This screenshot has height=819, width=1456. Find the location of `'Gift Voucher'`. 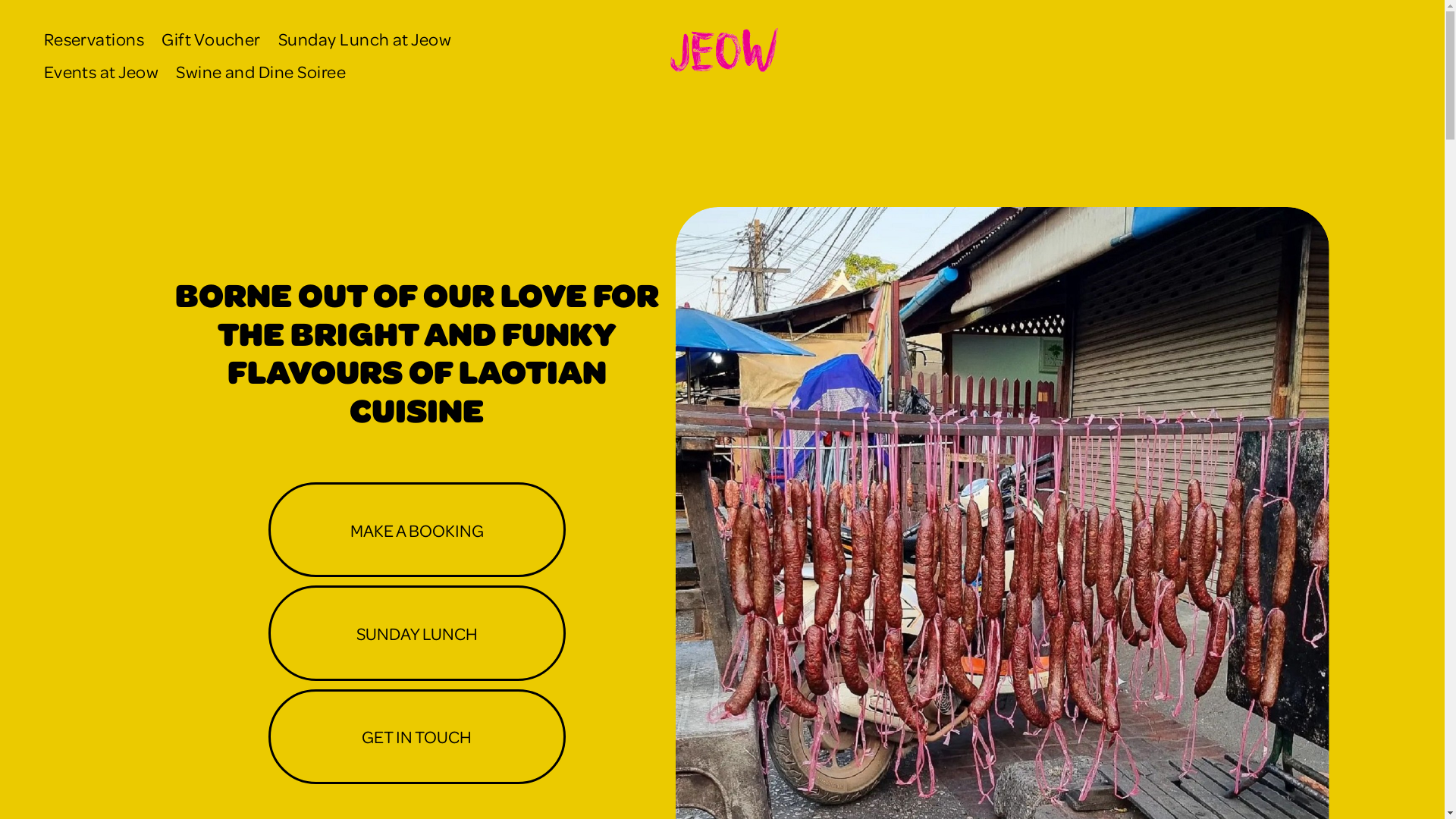

'Gift Voucher' is located at coordinates (210, 38).